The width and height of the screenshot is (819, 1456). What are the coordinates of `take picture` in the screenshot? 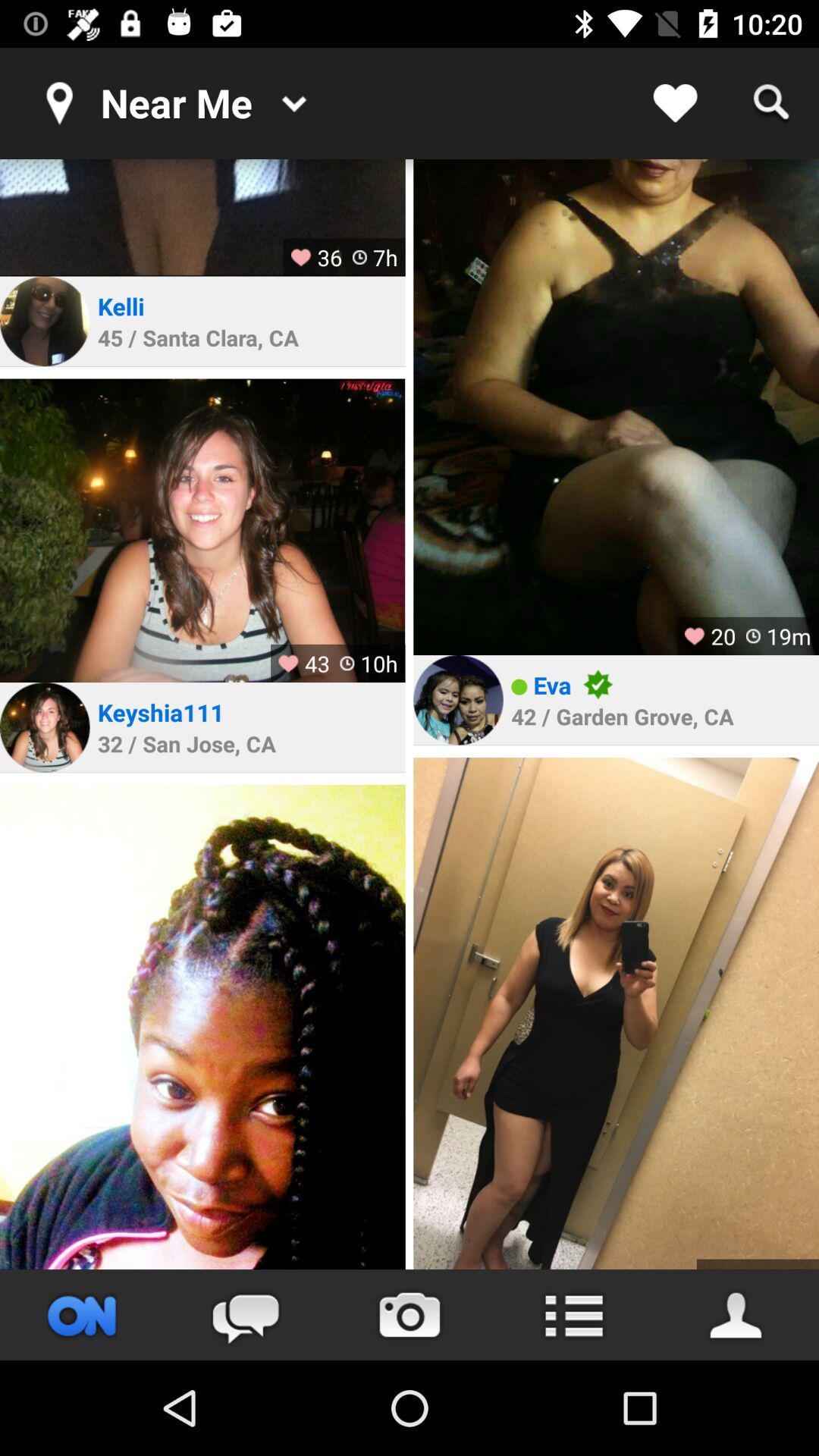 It's located at (409, 1314).